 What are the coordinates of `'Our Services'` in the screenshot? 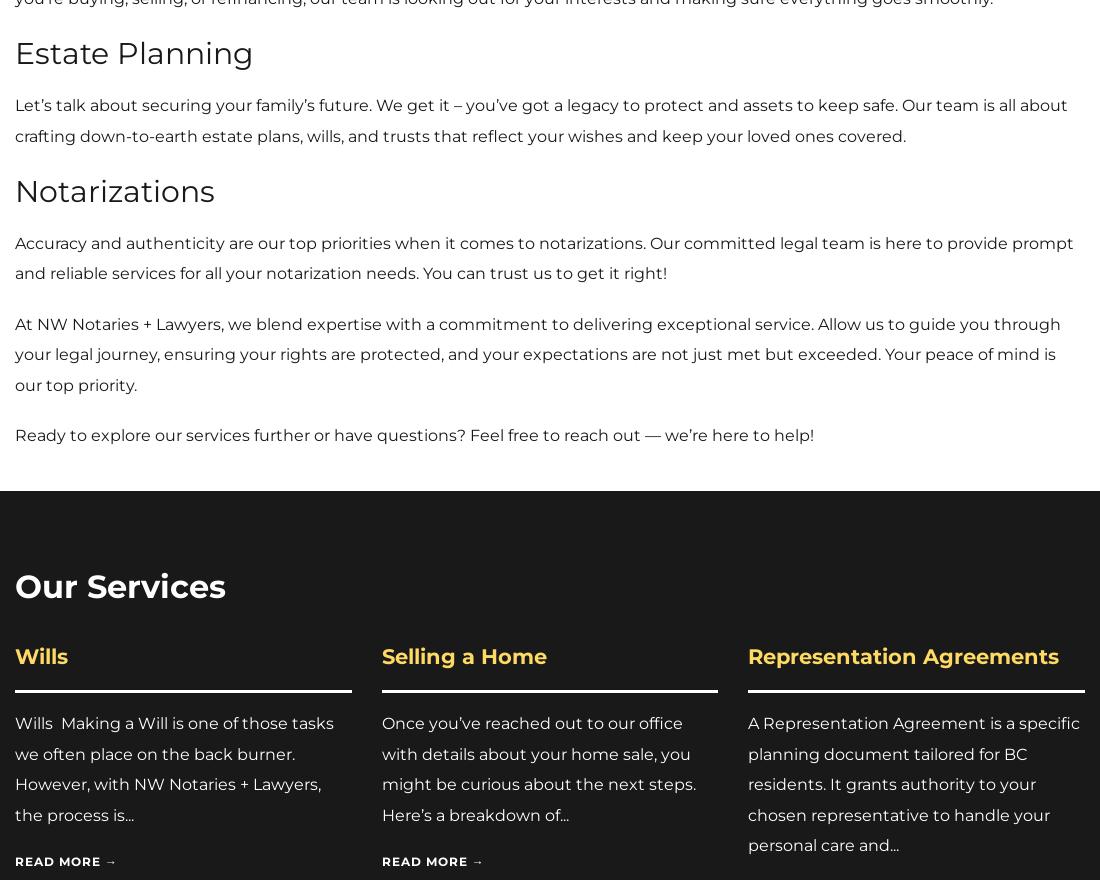 It's located at (13, 586).